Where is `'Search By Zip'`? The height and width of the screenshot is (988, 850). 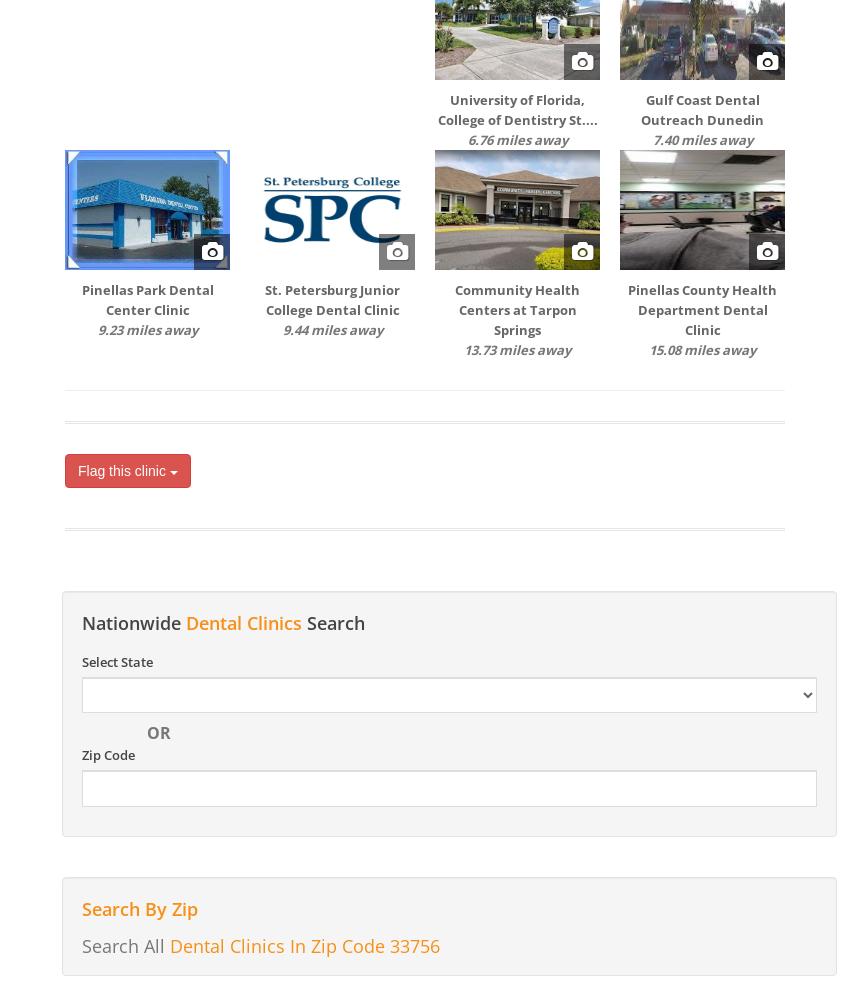 'Search By Zip' is located at coordinates (139, 907).